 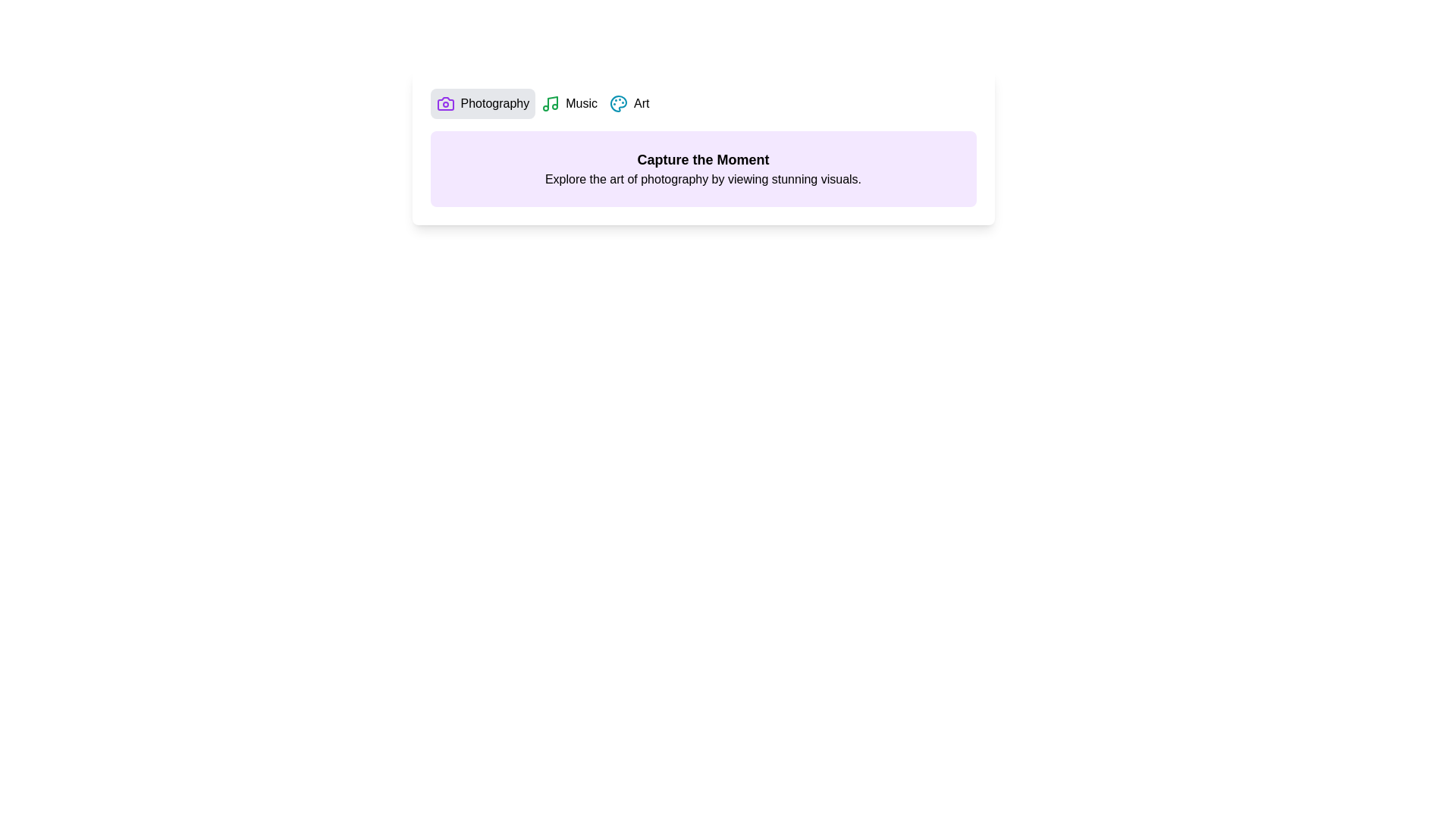 I want to click on the icon next to the tab Art to inspect its functionality, so click(x=619, y=103).